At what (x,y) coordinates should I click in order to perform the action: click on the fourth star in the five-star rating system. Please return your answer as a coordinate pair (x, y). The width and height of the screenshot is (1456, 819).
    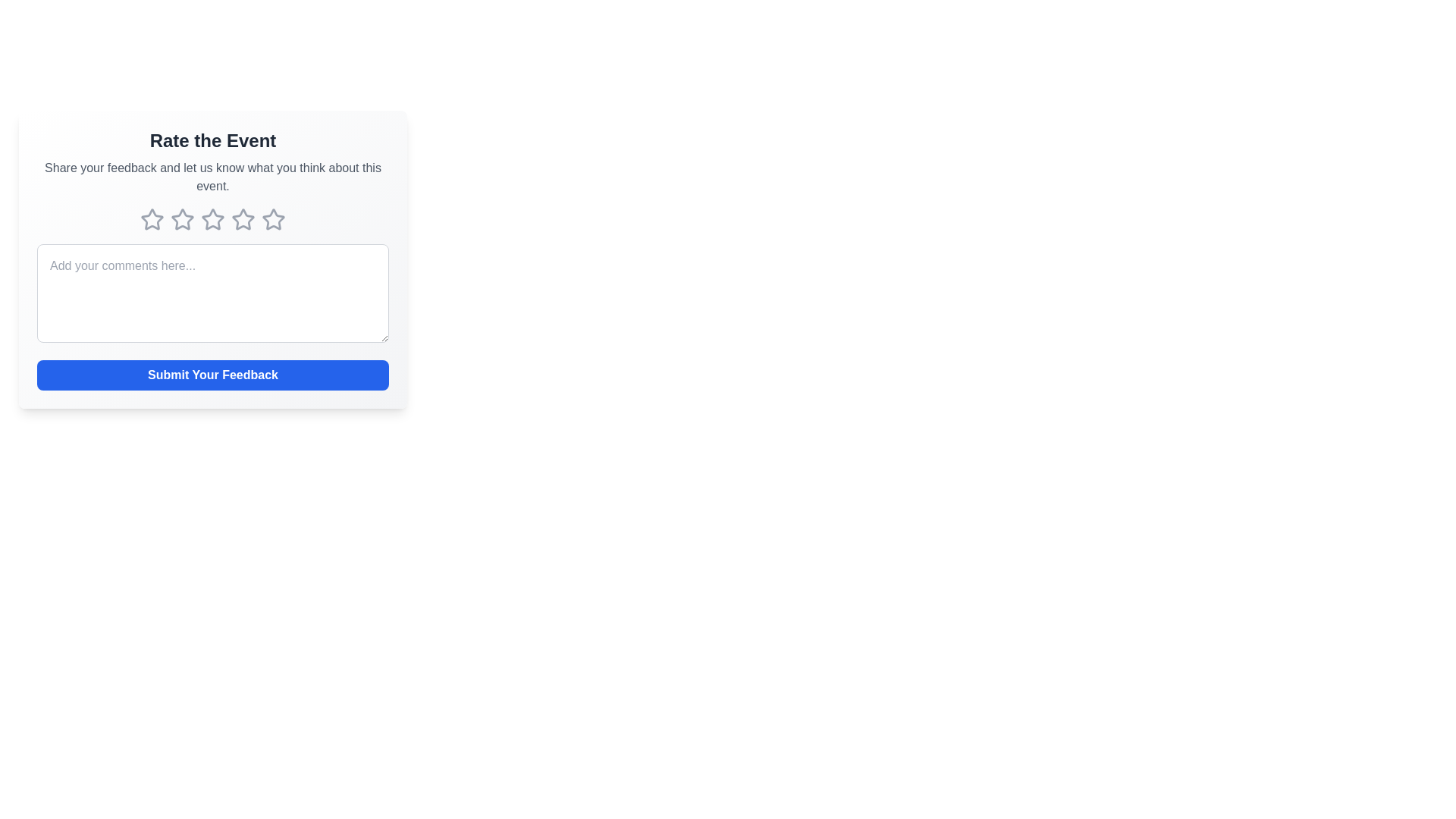
    Looking at the image, I should click on (243, 219).